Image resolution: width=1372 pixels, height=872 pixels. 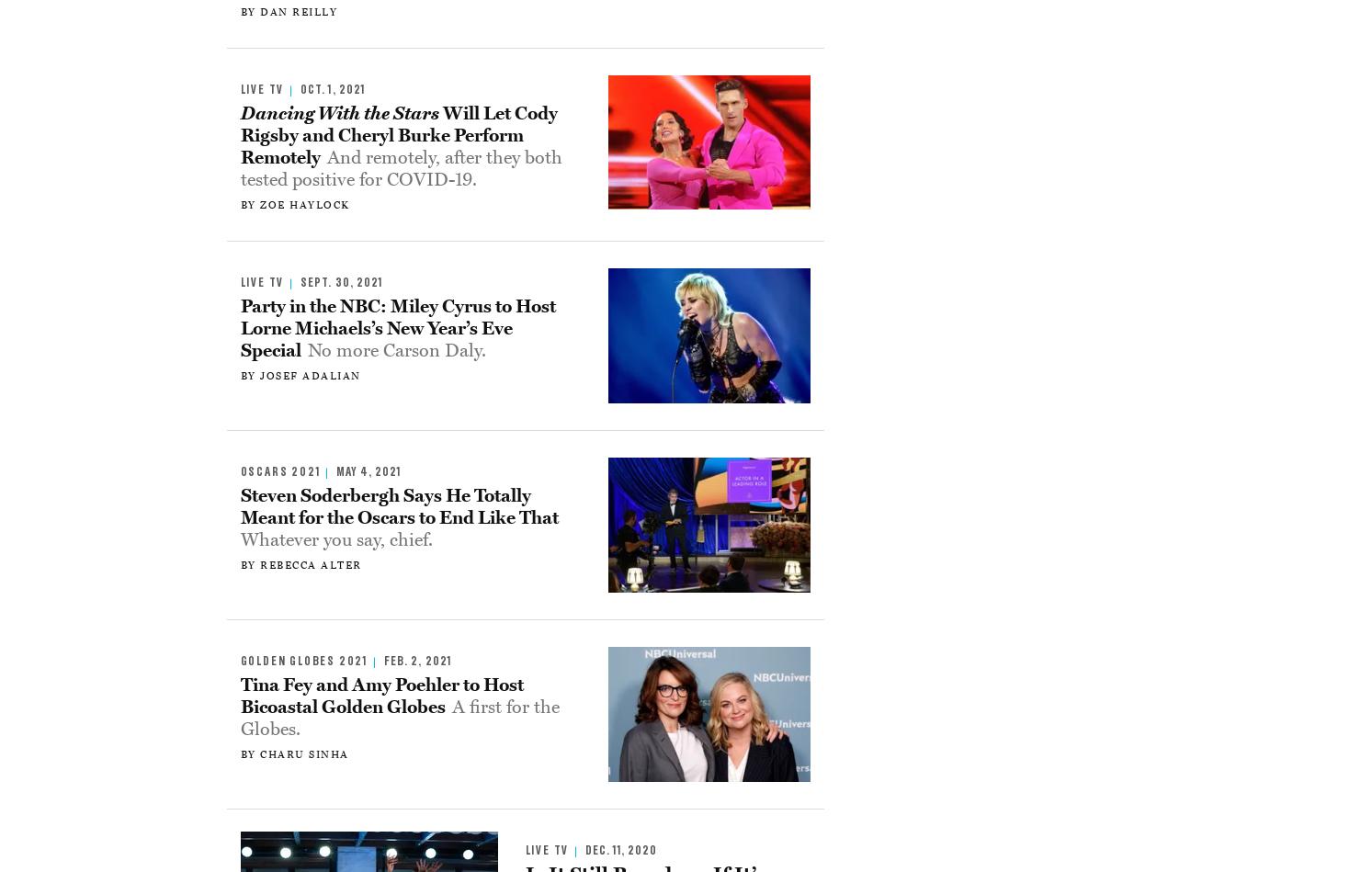 What do you see at coordinates (380, 696) in the screenshot?
I see `'Tina Fey and Amy Poehler to Host Bicoastal Golden Globes'` at bounding box center [380, 696].